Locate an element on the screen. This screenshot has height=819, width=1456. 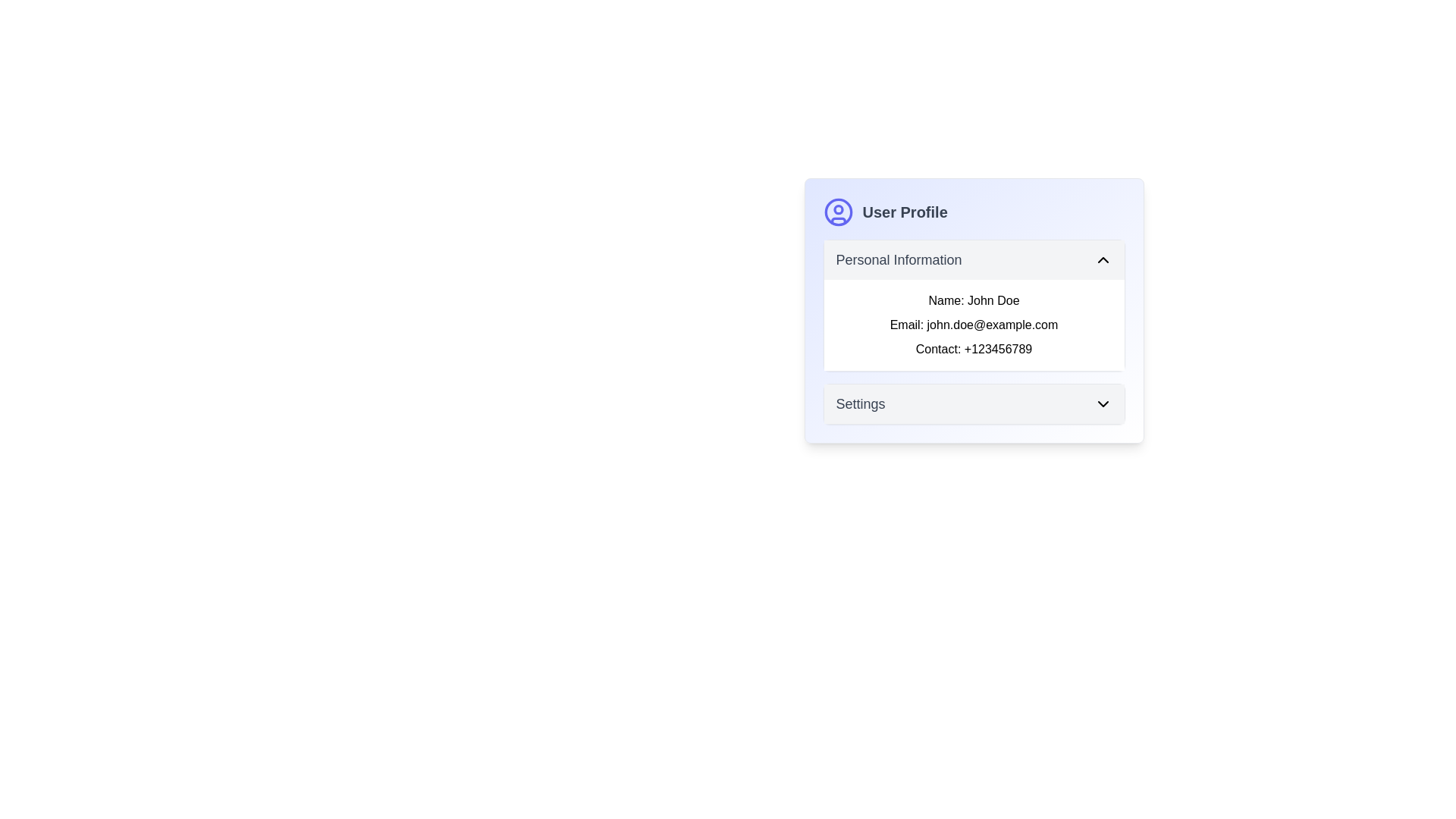
text label indicating 'Personal Information' located in the 'User Profile' section, positioned left of the collapsible toggle icon is located at coordinates (899, 259).